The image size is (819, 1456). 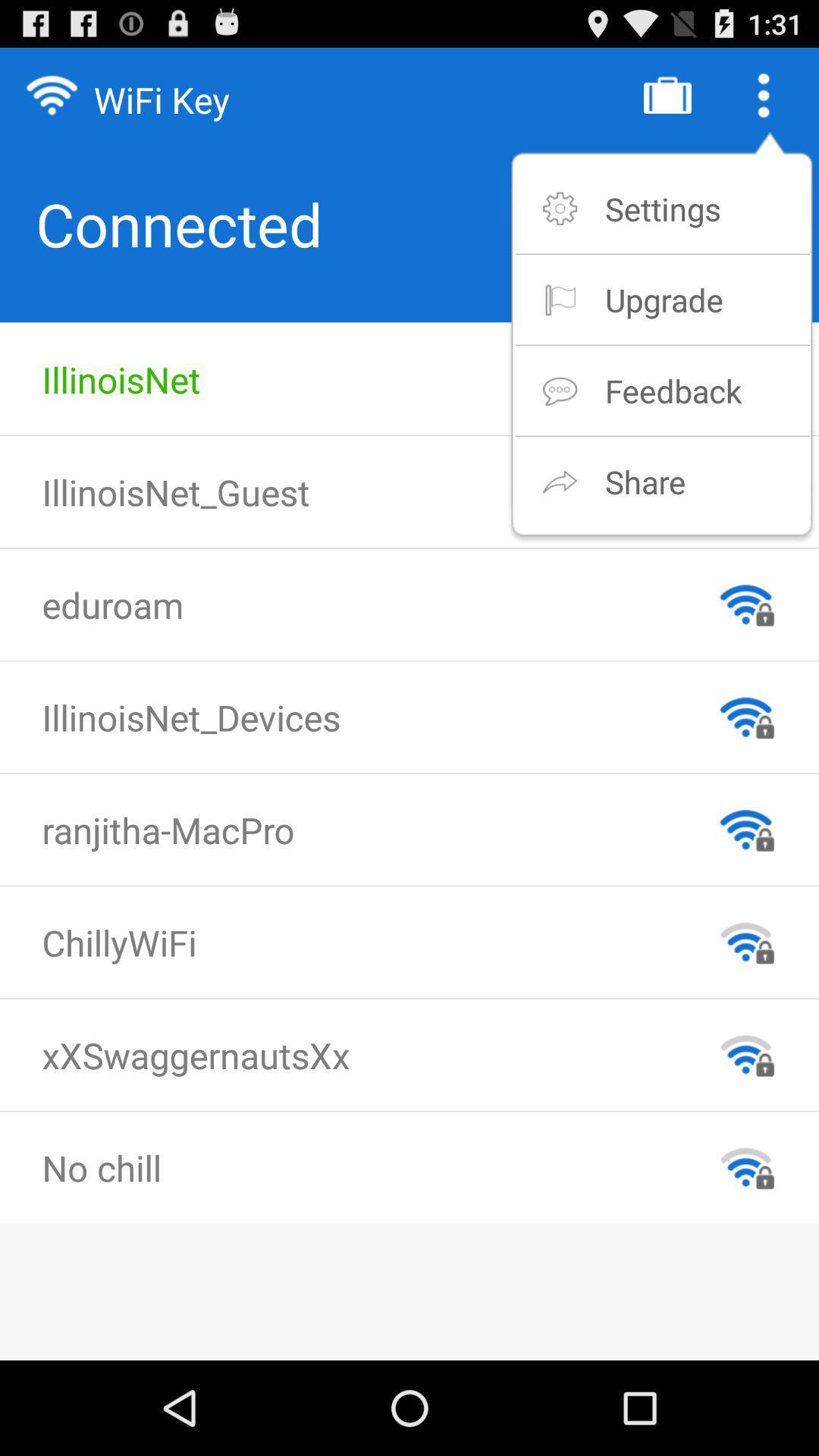 What do you see at coordinates (663, 300) in the screenshot?
I see `the upgrade icon` at bounding box center [663, 300].